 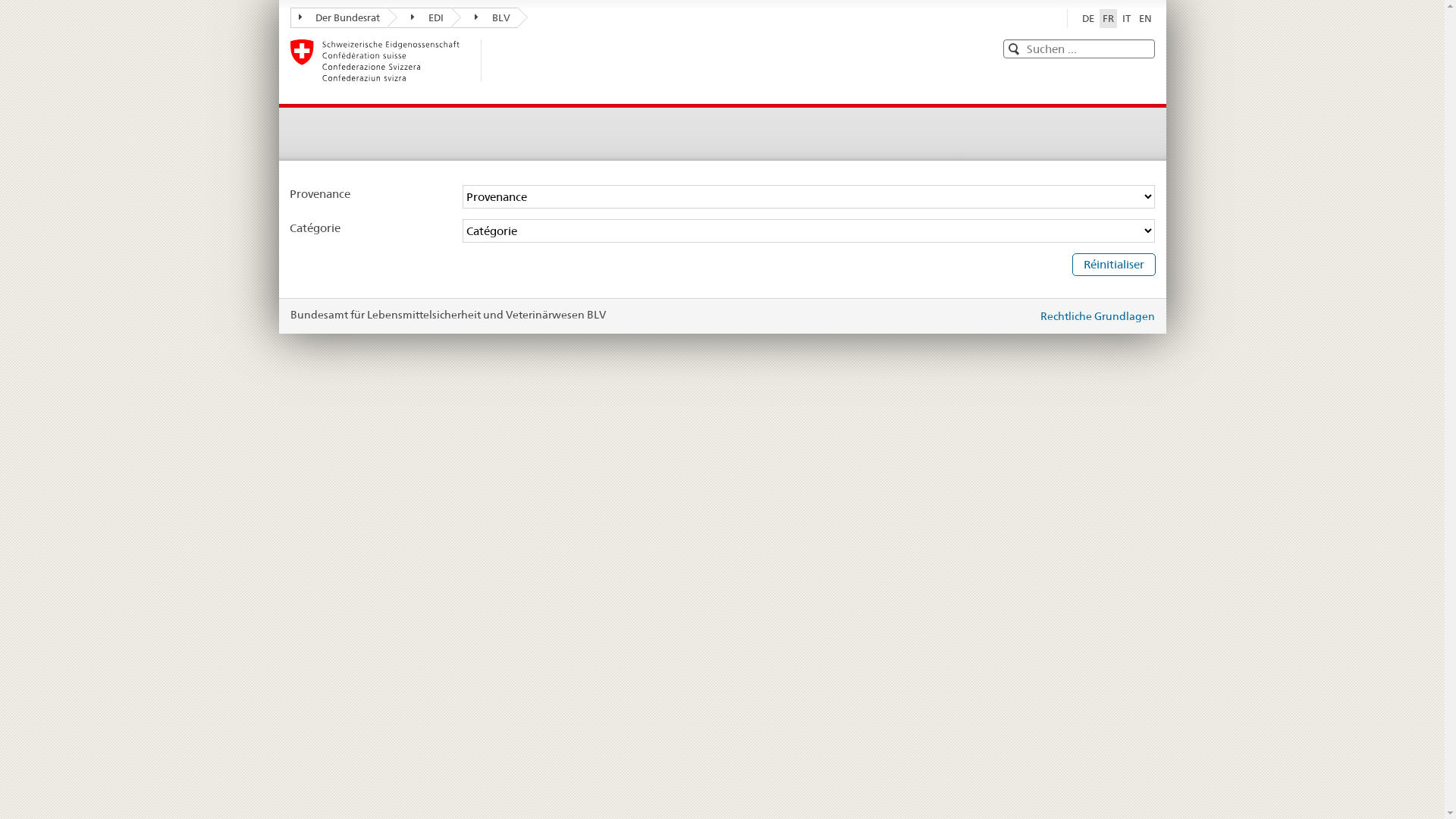 I want to click on 'Rechtliche Grundlagen', so click(x=1097, y=315).